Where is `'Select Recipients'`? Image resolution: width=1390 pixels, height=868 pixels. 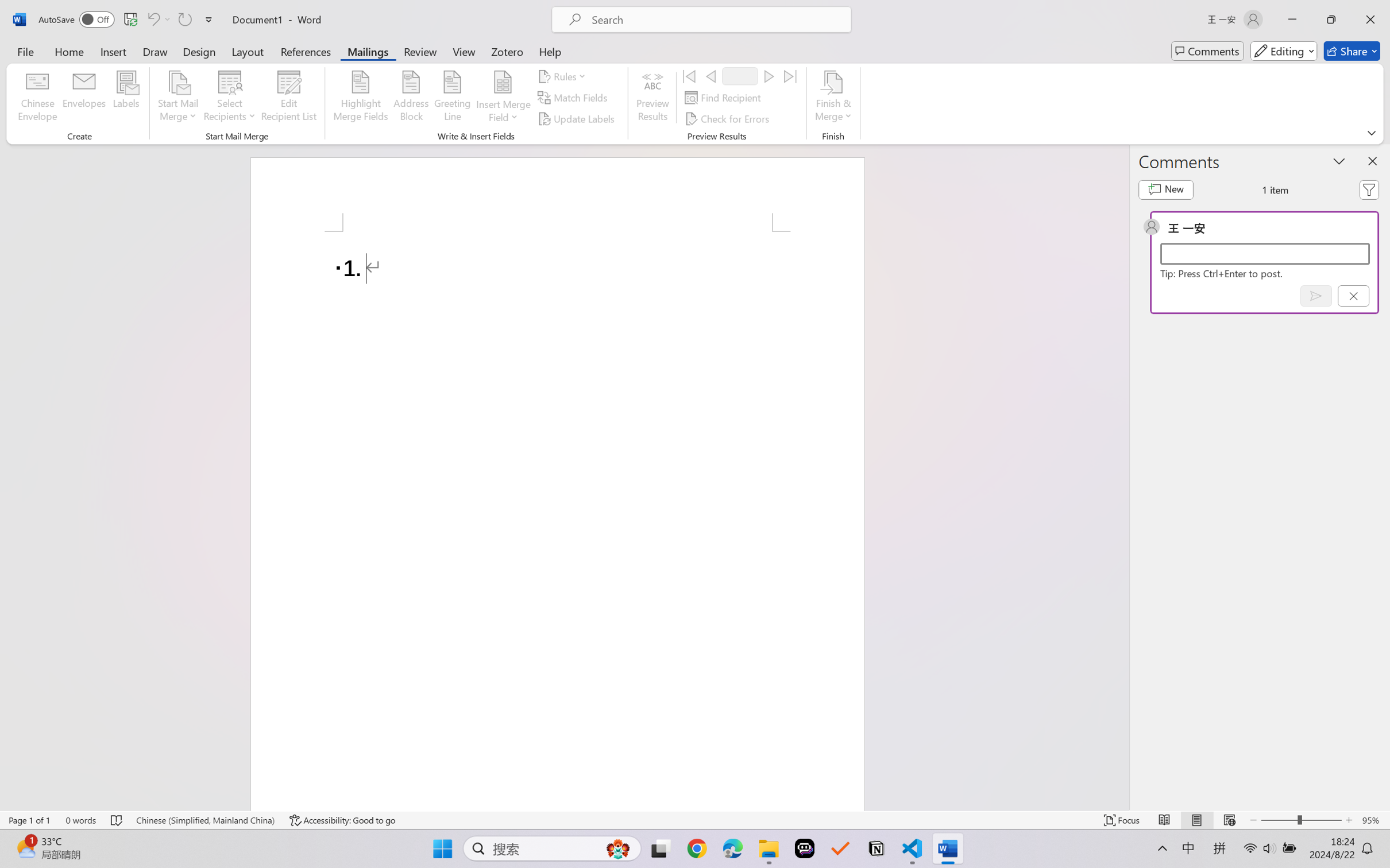 'Select Recipients' is located at coordinates (229, 98).